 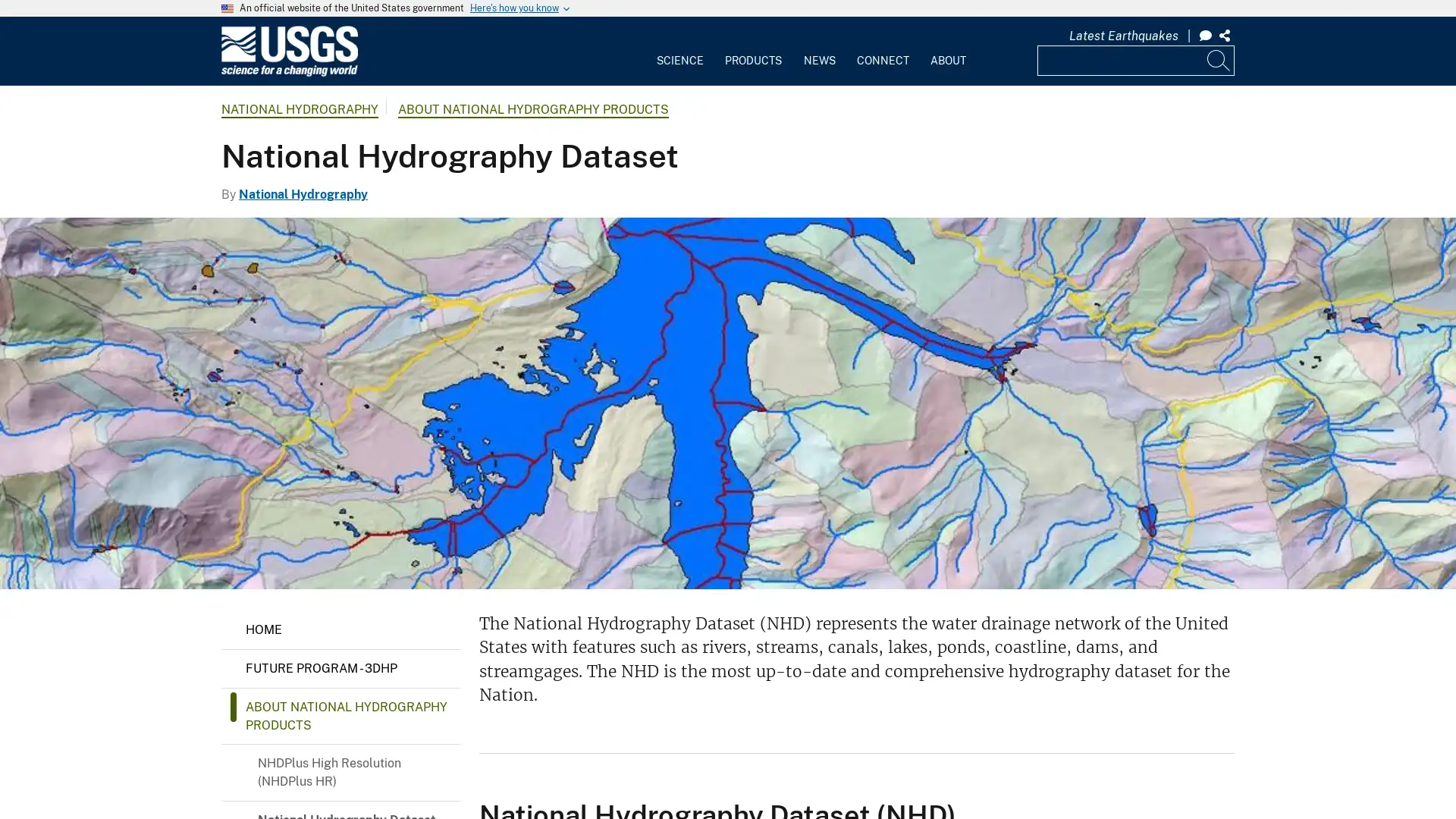 What do you see at coordinates (753, 49) in the screenshot?
I see `PRODUCTS` at bounding box center [753, 49].